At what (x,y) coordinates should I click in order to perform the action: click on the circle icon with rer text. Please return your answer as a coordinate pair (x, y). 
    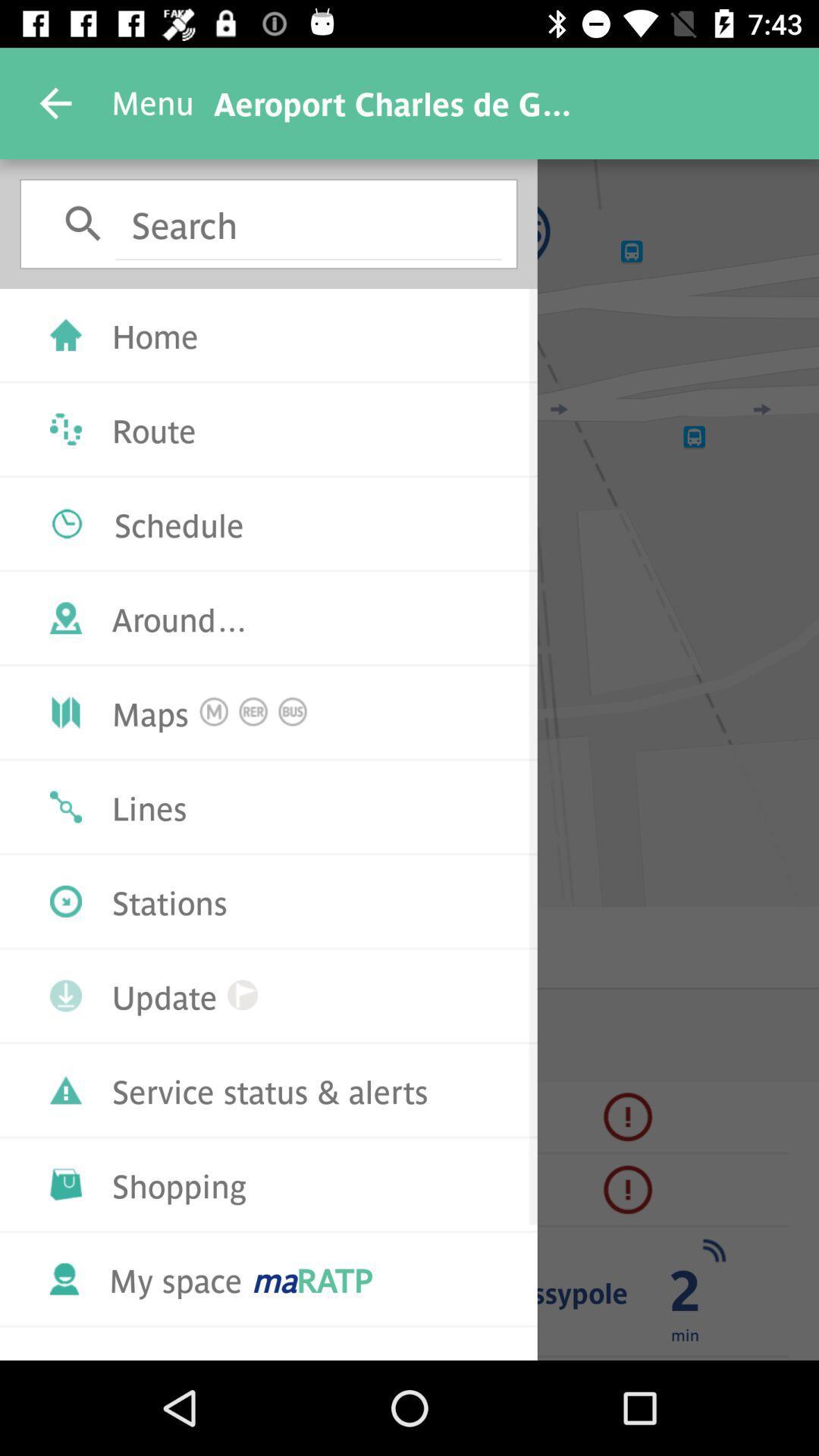
    Looking at the image, I should click on (253, 711).